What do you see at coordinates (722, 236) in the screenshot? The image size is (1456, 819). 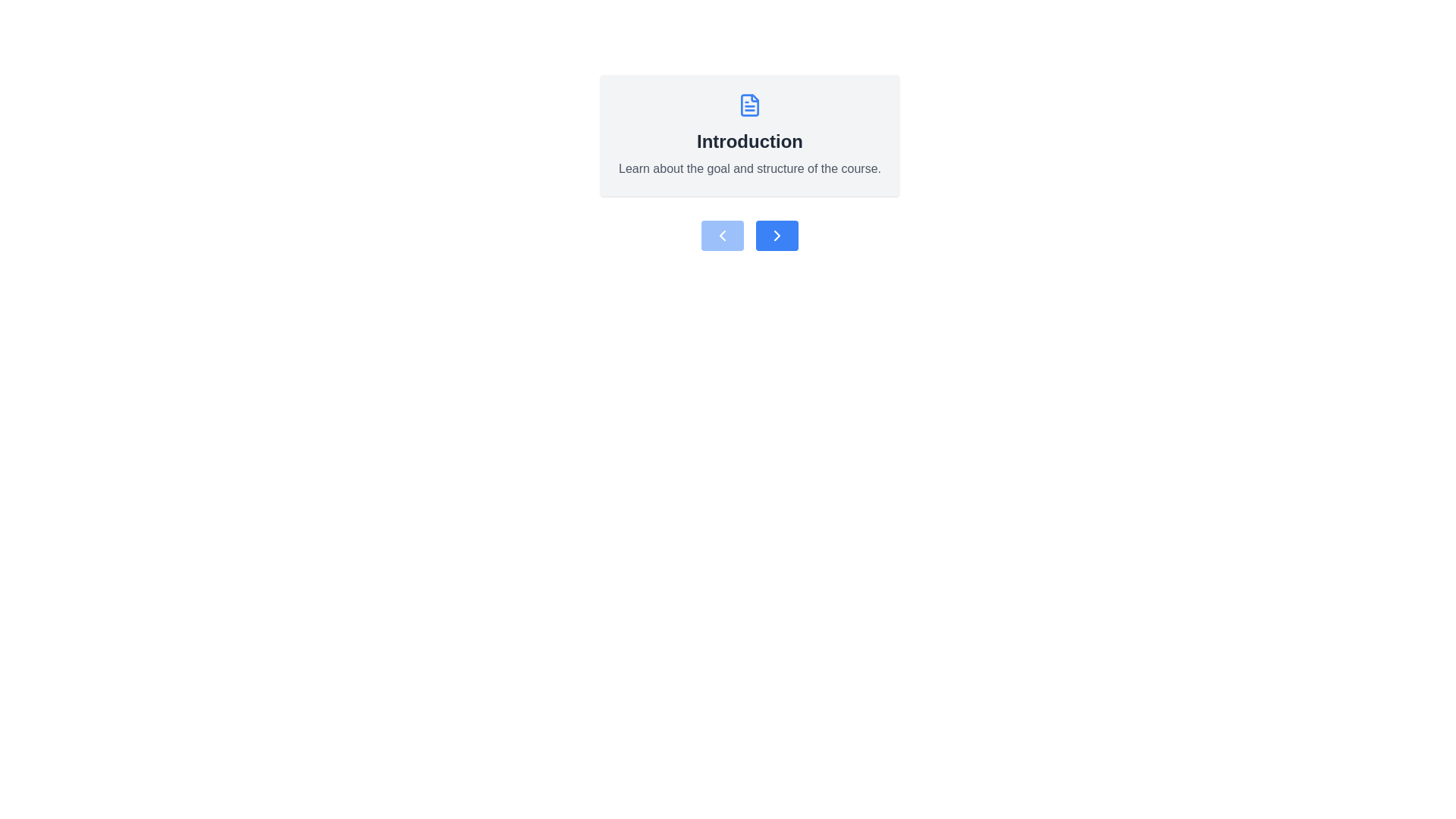 I see `the navigation button located to the left of the similar button in the small horizontal group, positioned below the 'Introduction' informational card` at bounding box center [722, 236].